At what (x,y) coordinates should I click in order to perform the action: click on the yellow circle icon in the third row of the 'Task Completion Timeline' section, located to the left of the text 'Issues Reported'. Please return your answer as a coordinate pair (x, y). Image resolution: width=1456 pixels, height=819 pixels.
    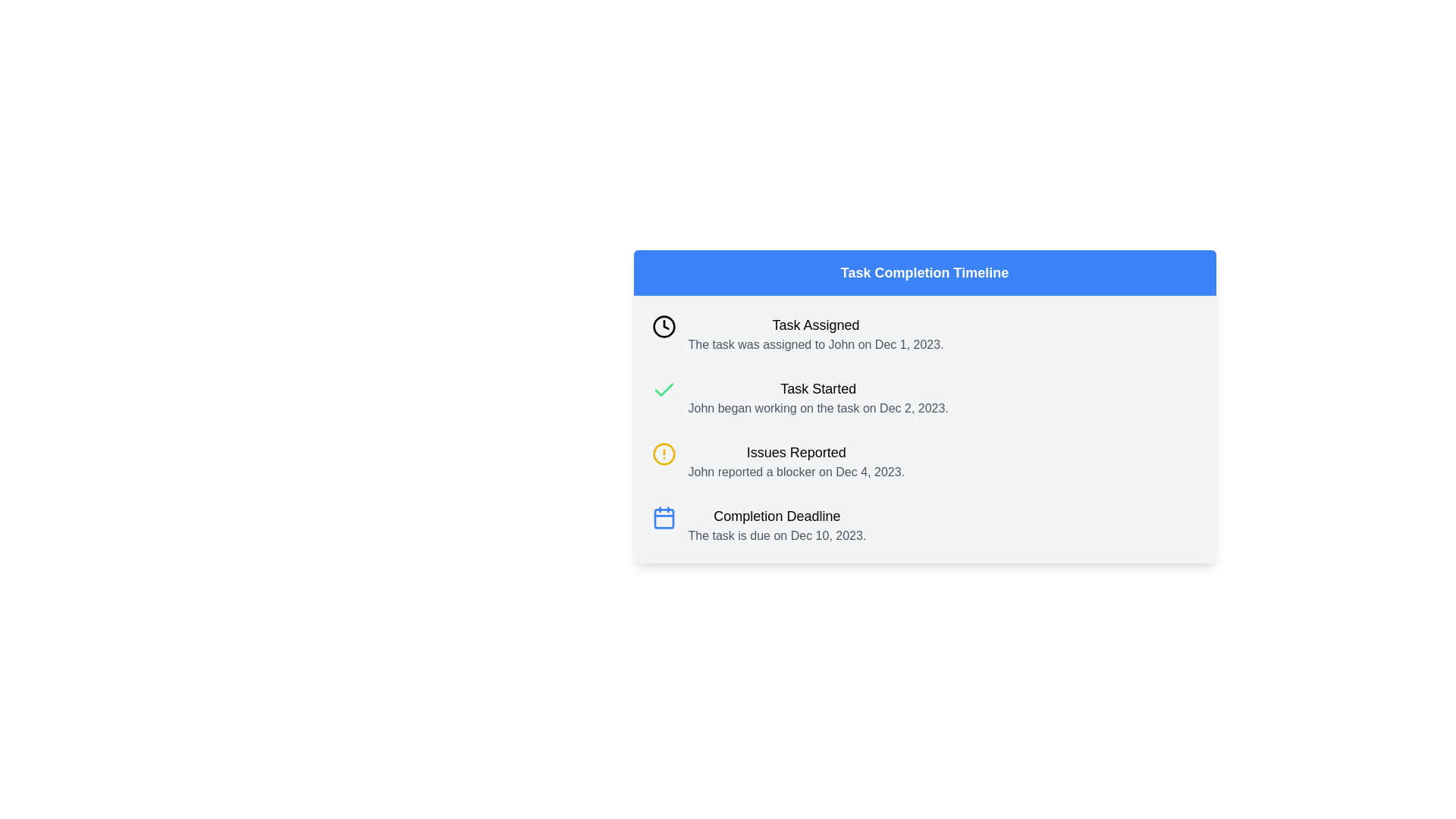
    Looking at the image, I should click on (664, 453).